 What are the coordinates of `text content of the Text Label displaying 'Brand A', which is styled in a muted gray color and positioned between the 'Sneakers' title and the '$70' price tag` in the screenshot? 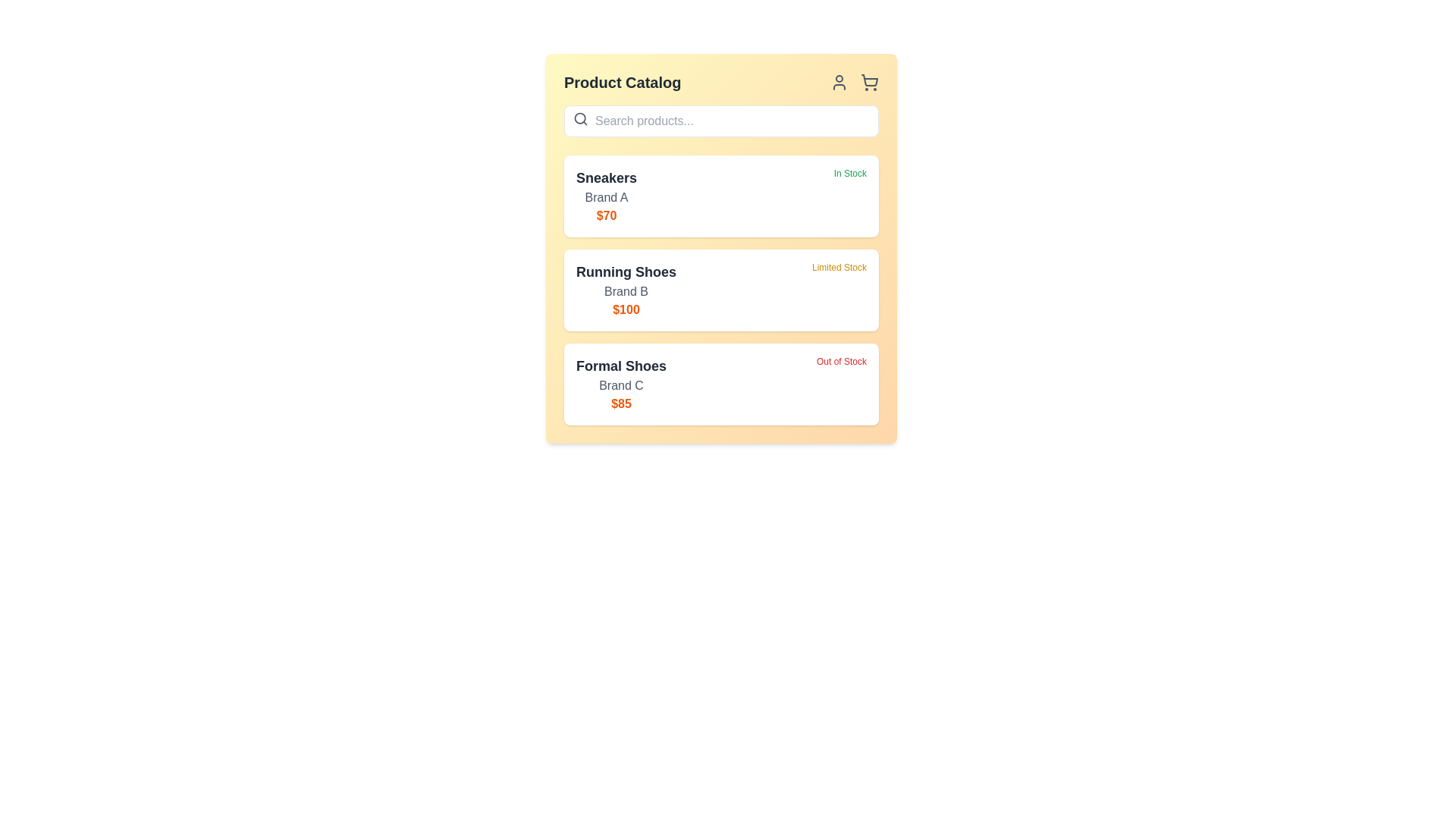 It's located at (607, 197).